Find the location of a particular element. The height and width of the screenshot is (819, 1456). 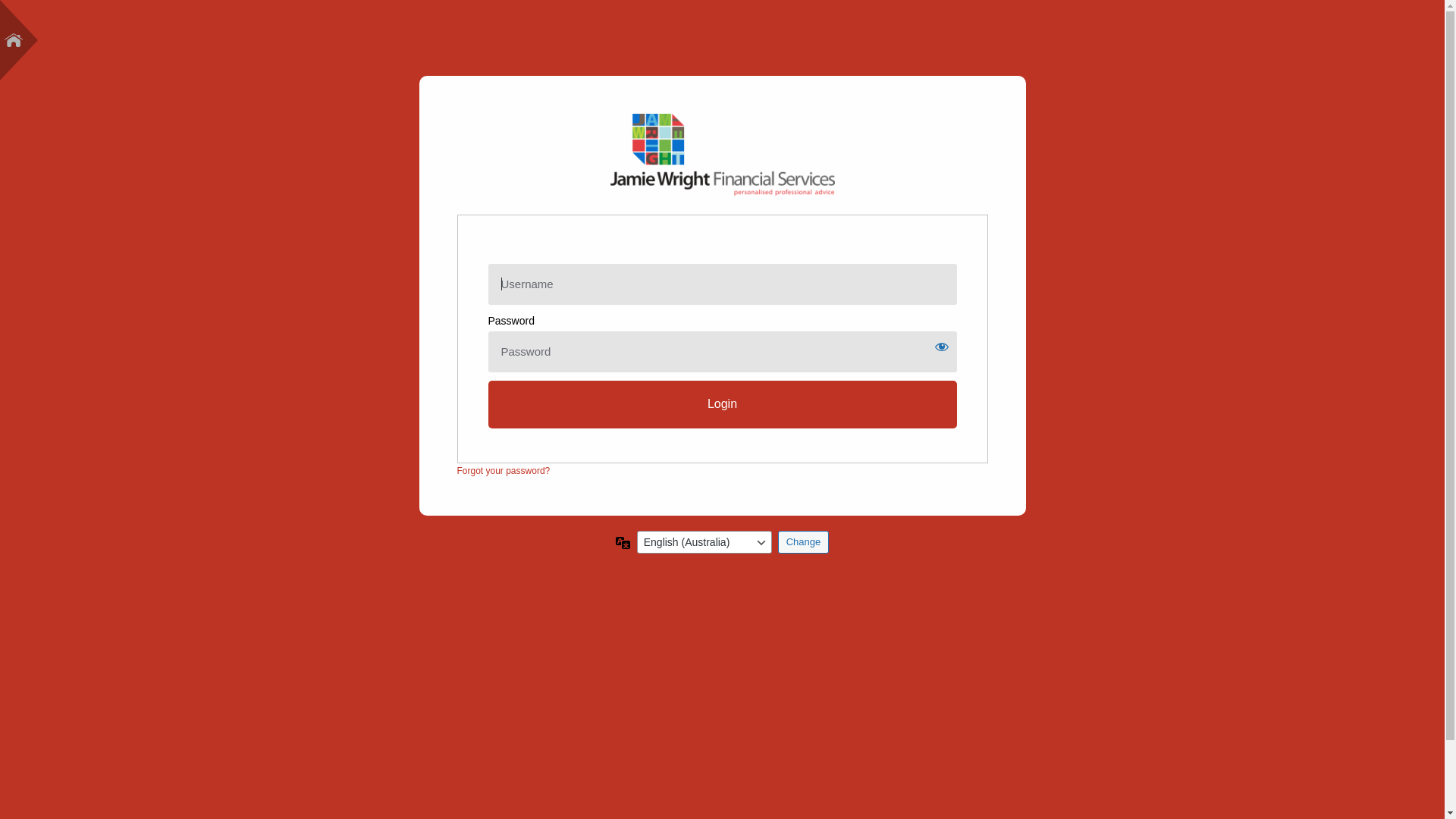

'Forgot your password?' is located at coordinates (455, 470).